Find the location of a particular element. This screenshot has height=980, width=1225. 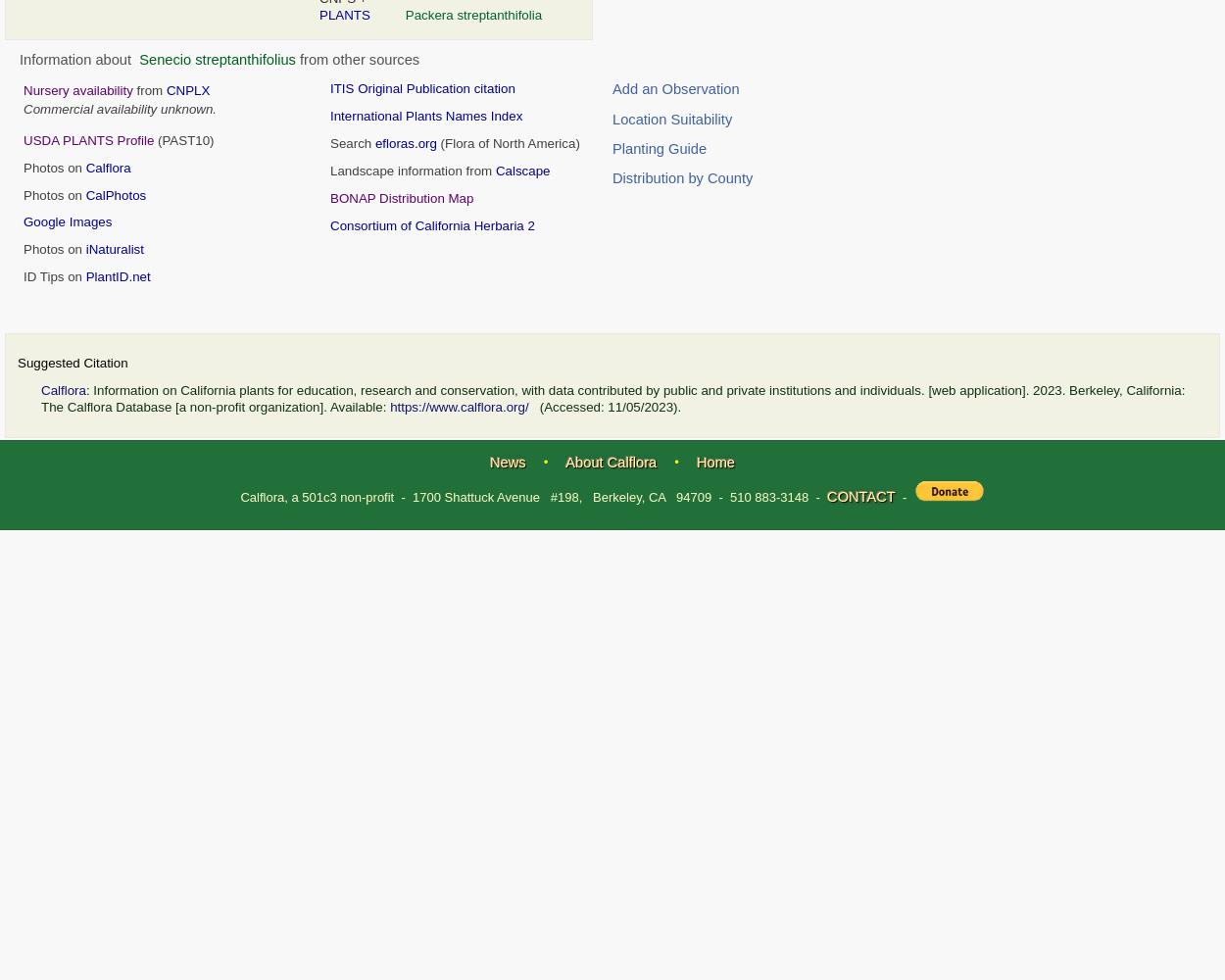

'https://www.calflora.org/' is located at coordinates (458, 407).